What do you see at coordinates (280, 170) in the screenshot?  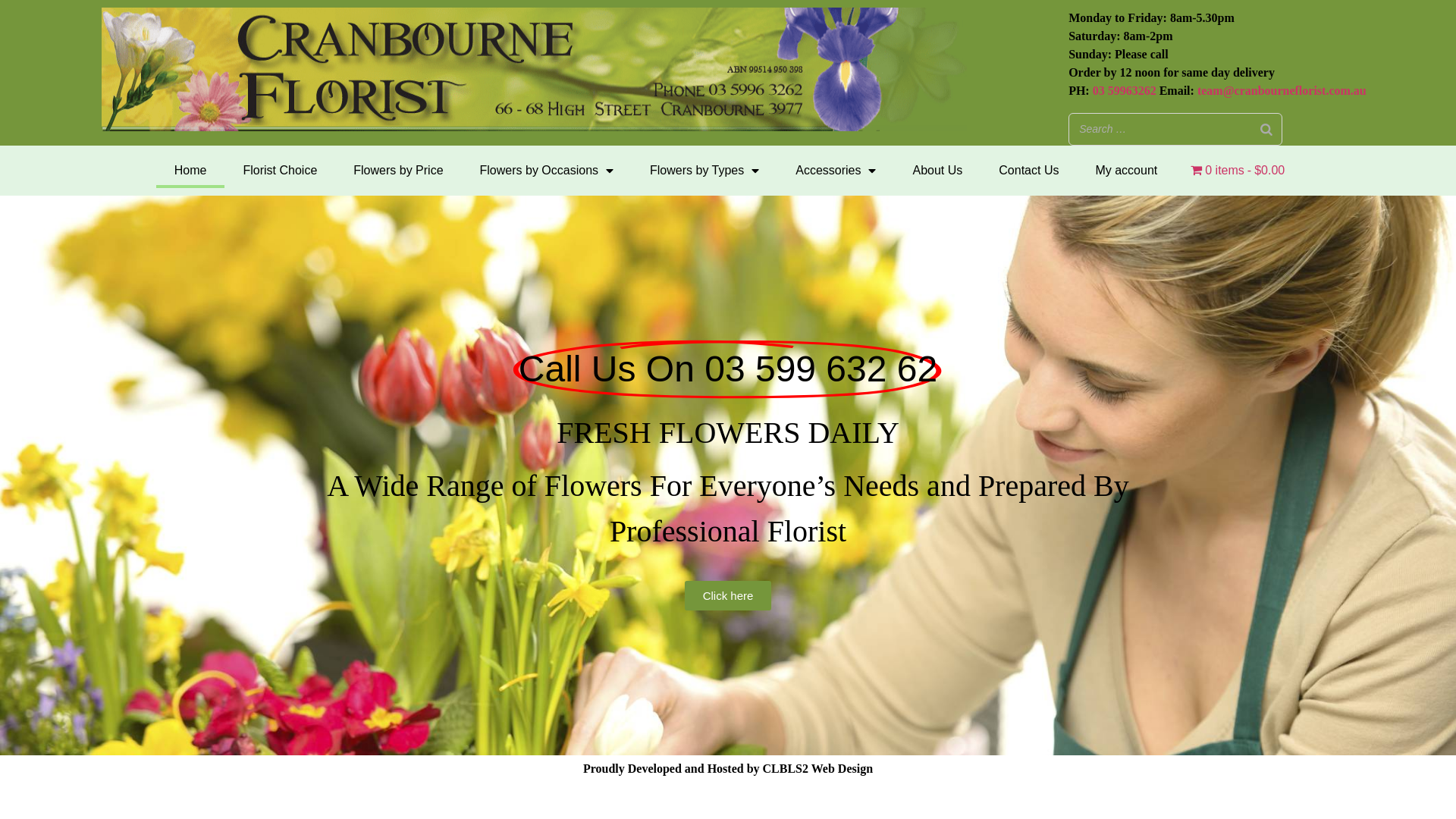 I see `'Florist Choice'` at bounding box center [280, 170].